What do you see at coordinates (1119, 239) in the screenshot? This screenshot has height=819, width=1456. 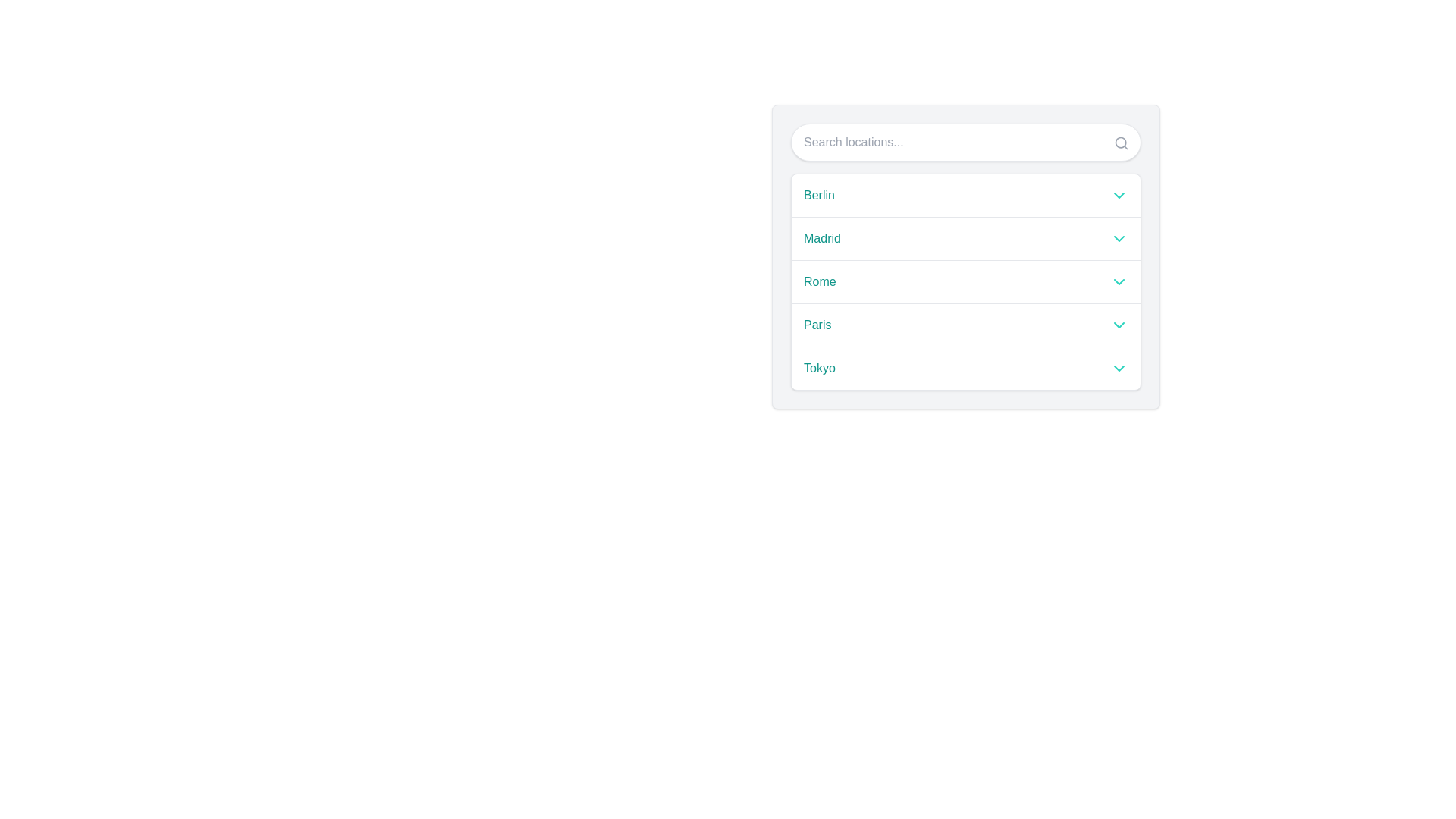 I see `the downward-pointing chevron icon styled in teal next to the 'Madrid' item` at bounding box center [1119, 239].